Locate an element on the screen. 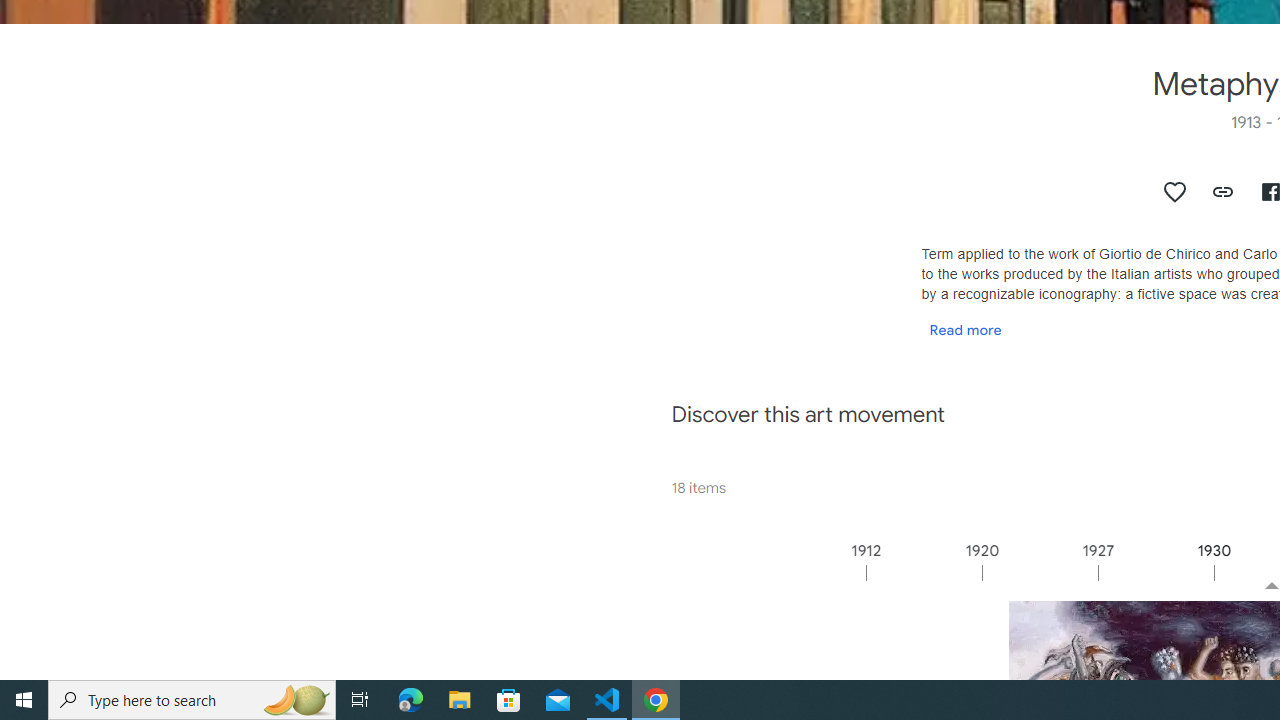  'Authenticate to favorite this asset.' is located at coordinates (1175, 191).